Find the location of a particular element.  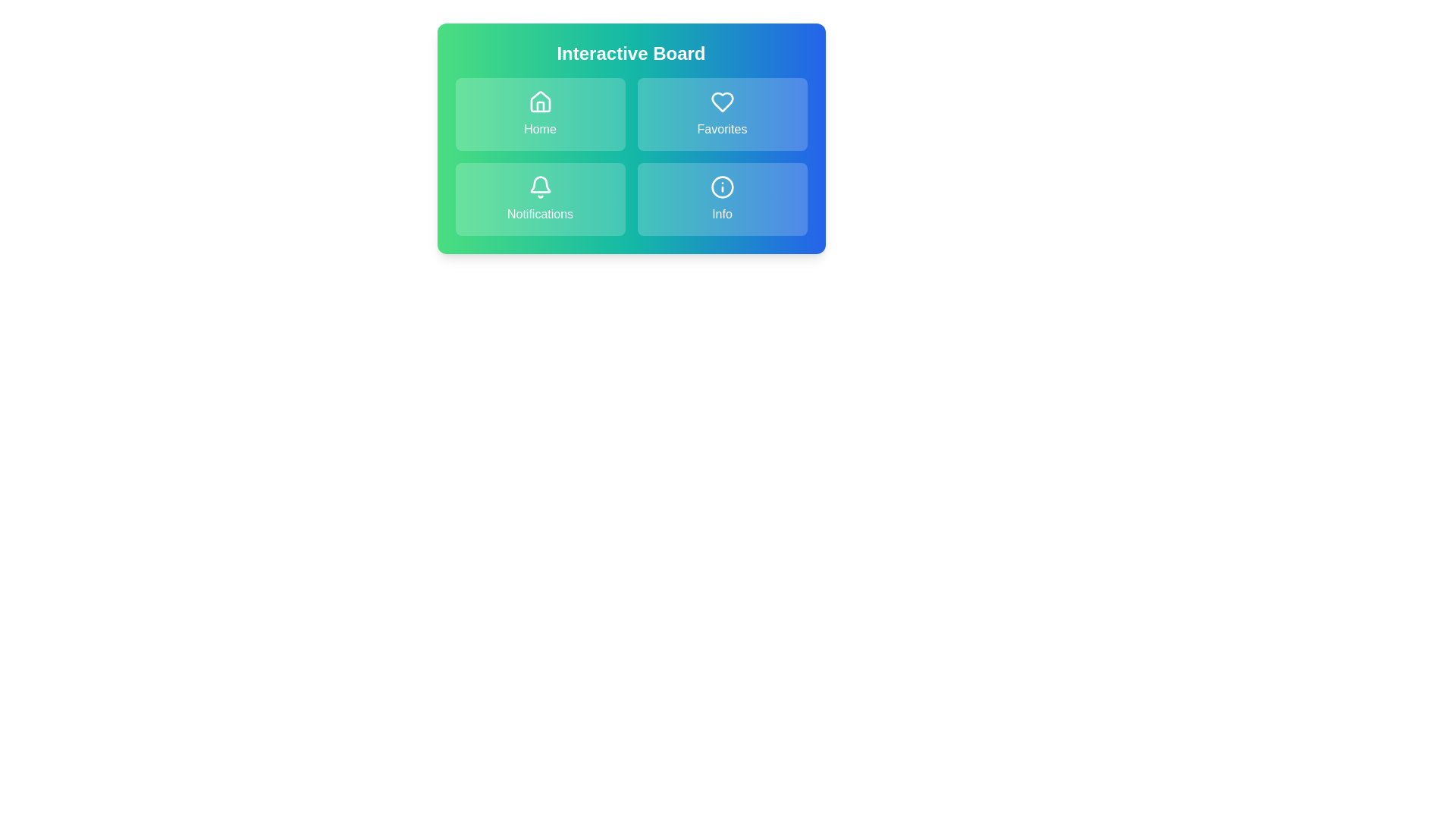

the title text label located at the top-center of the rectangular gradient box, which signals the purpose of the interface area is located at coordinates (631, 52).